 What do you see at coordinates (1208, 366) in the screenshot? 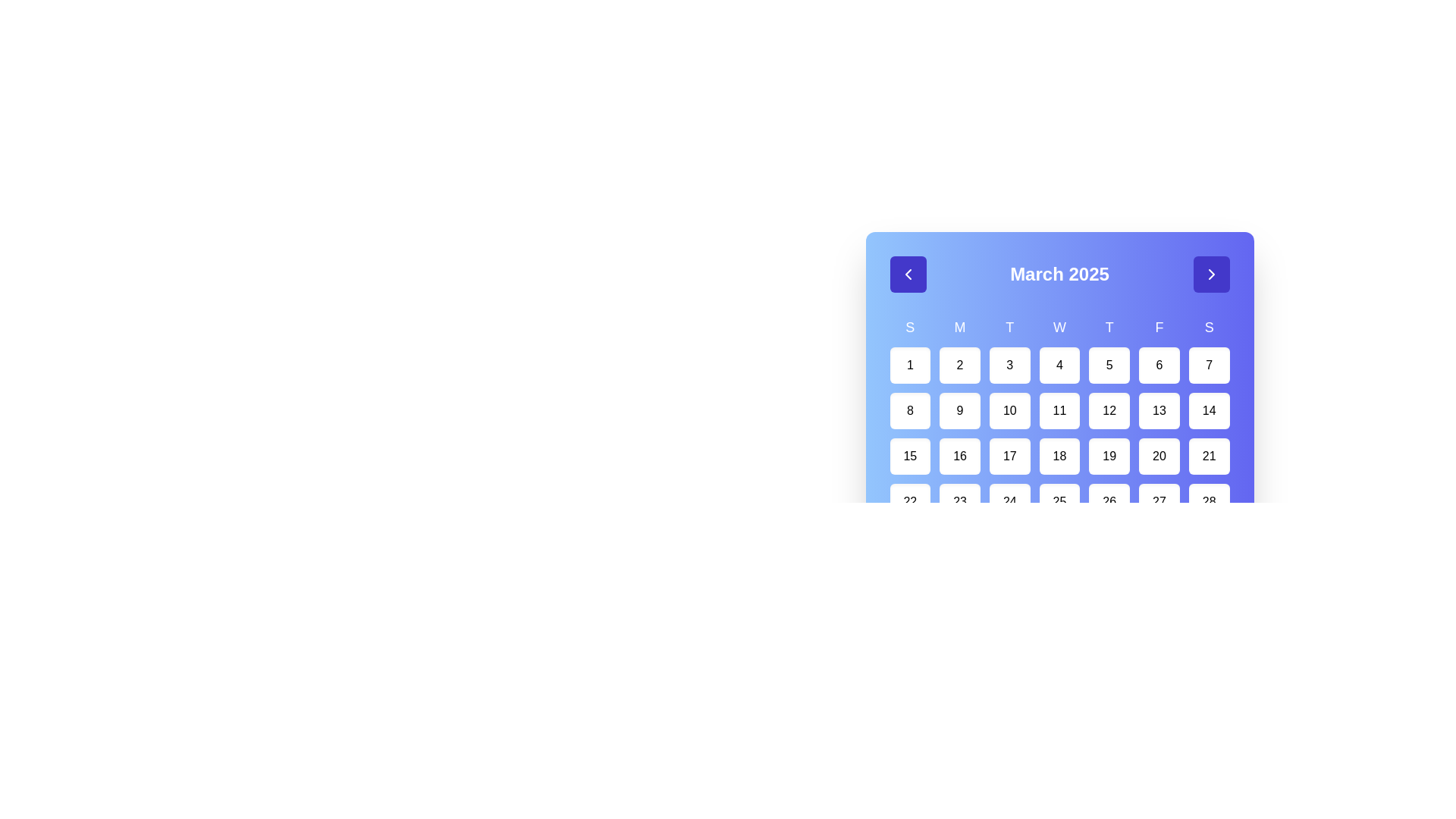
I see `the selectable day button for the 7th day of the month in the calendar grid located in the first row and seventh column under the 'S' header` at bounding box center [1208, 366].